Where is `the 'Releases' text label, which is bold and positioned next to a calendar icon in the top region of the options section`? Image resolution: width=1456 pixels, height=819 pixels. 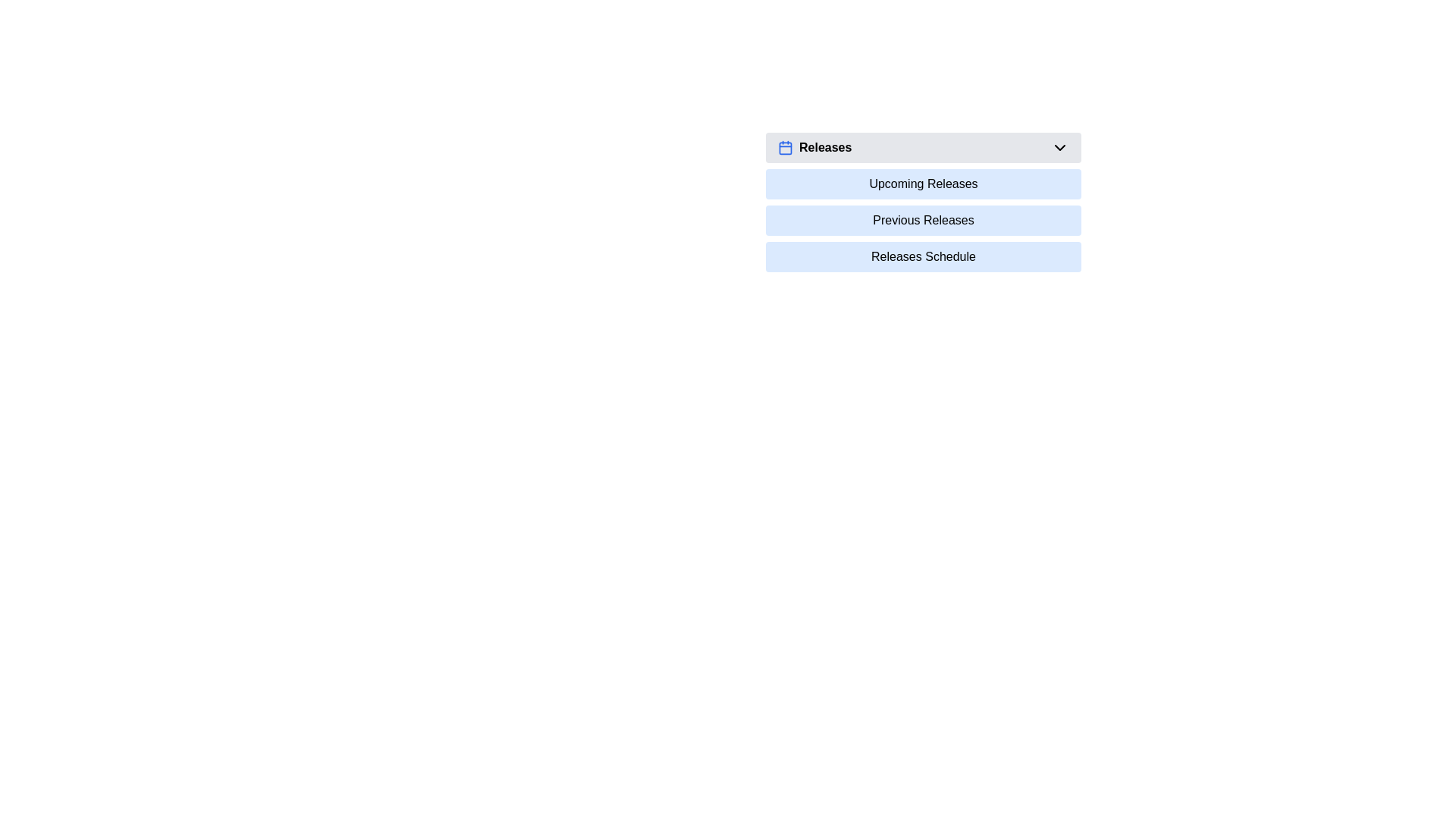
the 'Releases' text label, which is bold and positioned next to a calendar icon in the top region of the options section is located at coordinates (824, 148).